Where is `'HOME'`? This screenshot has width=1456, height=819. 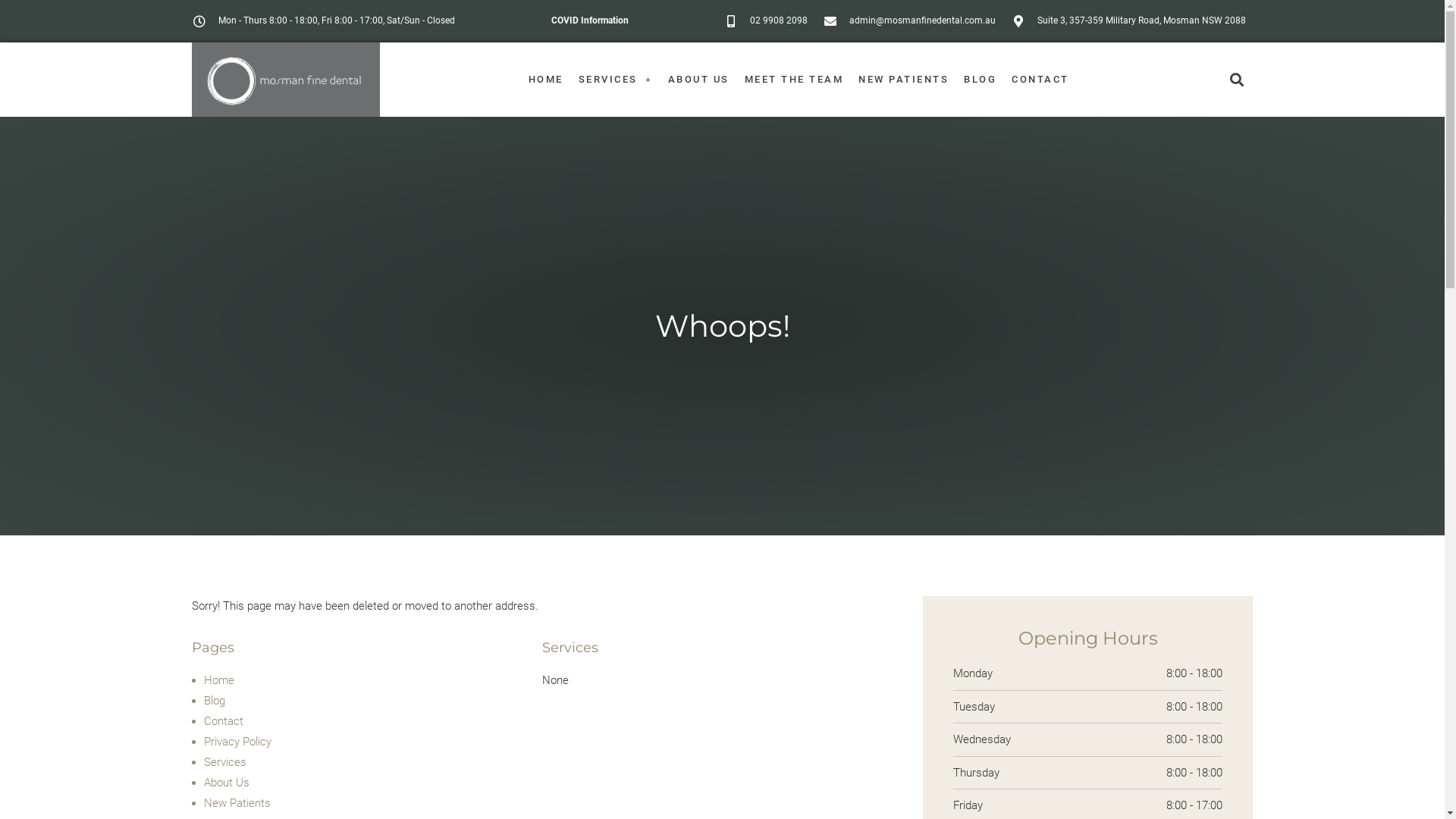 'HOME' is located at coordinates (546, 79).